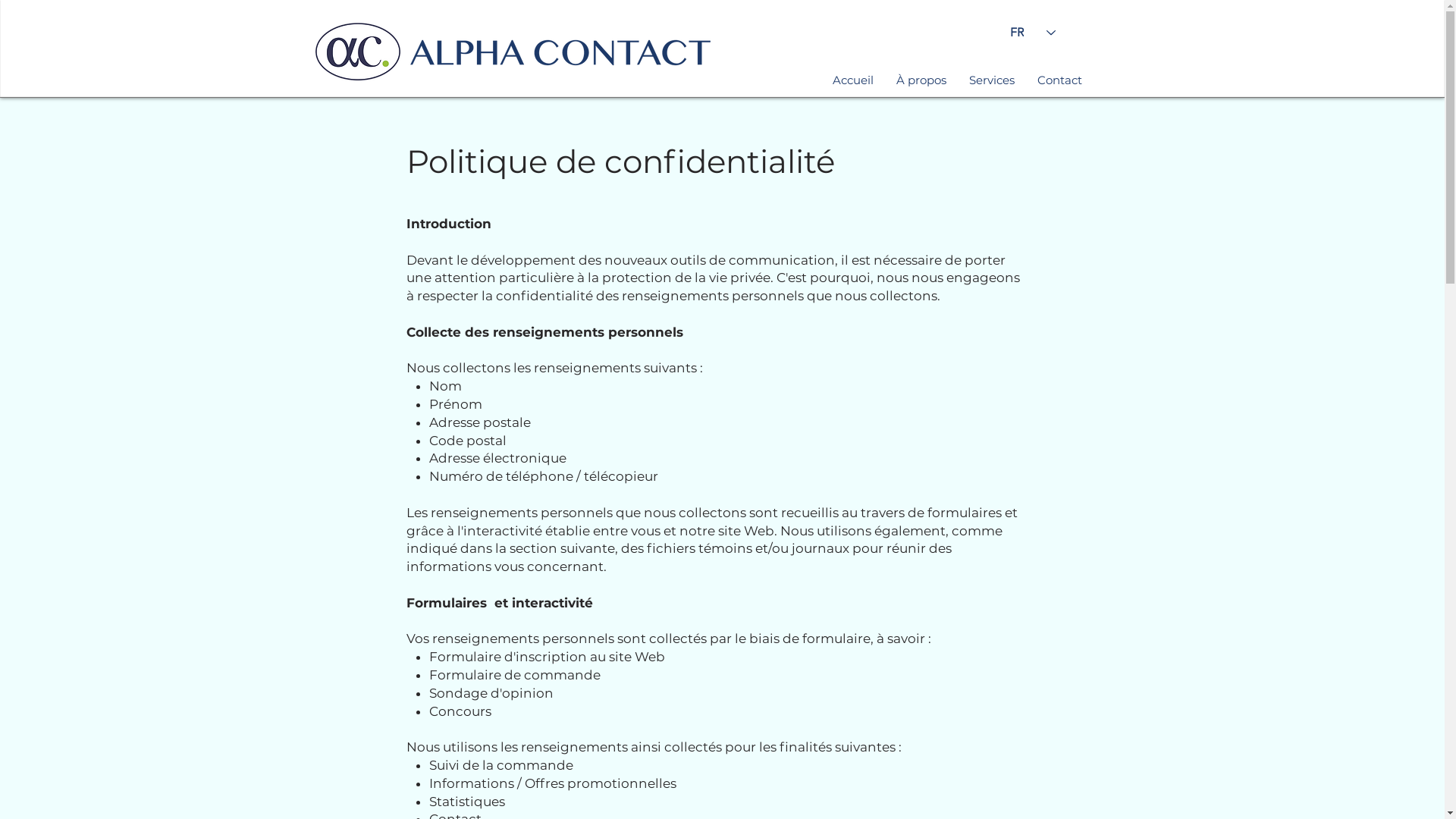 Image resolution: width=1456 pixels, height=819 pixels. I want to click on 'Services', so click(956, 80).